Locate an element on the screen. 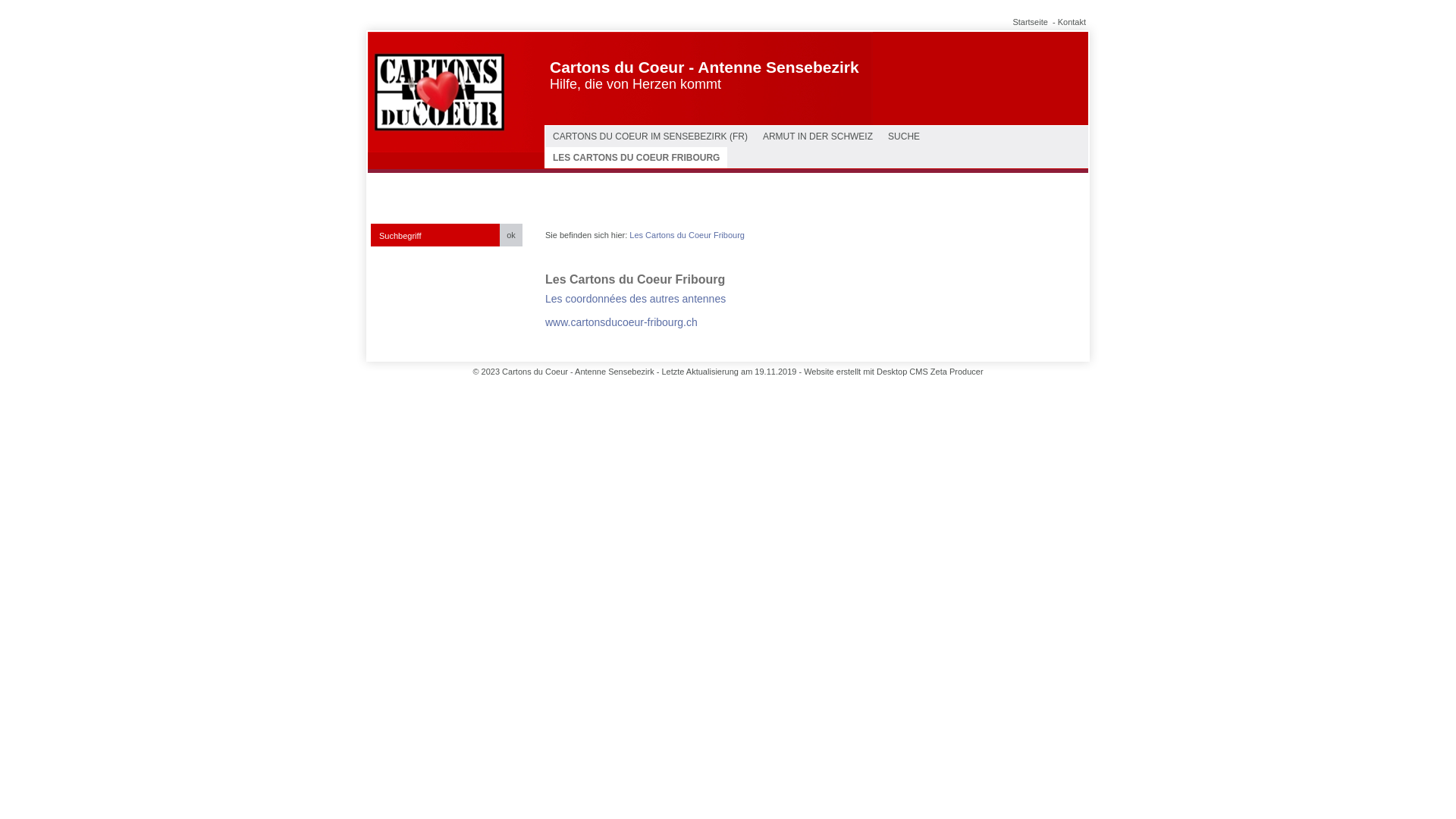 The width and height of the screenshot is (1456, 819). 'Startseite' is located at coordinates (1012, 22).